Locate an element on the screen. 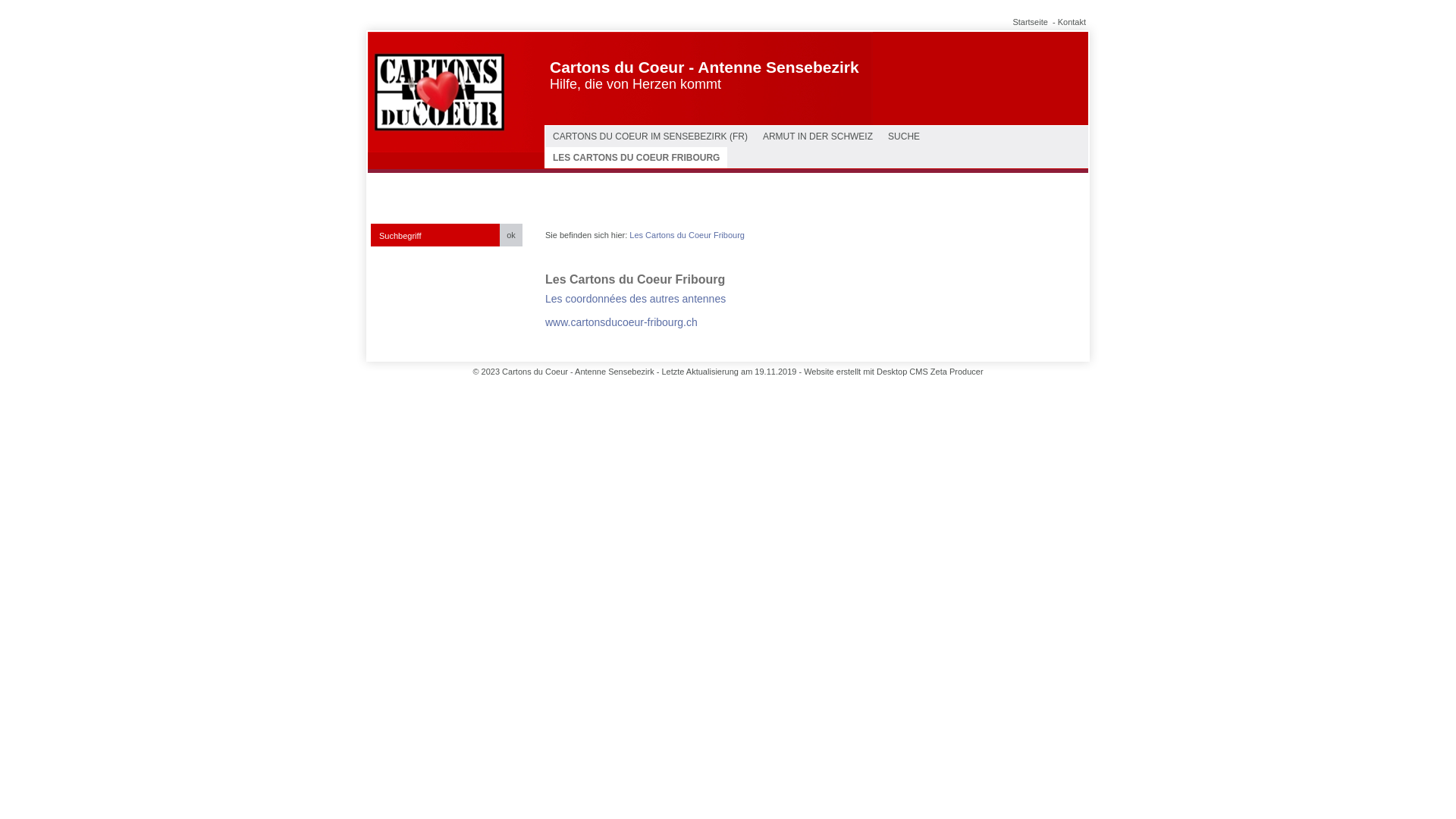 The width and height of the screenshot is (1456, 819). 'Startseite' is located at coordinates (1012, 22).